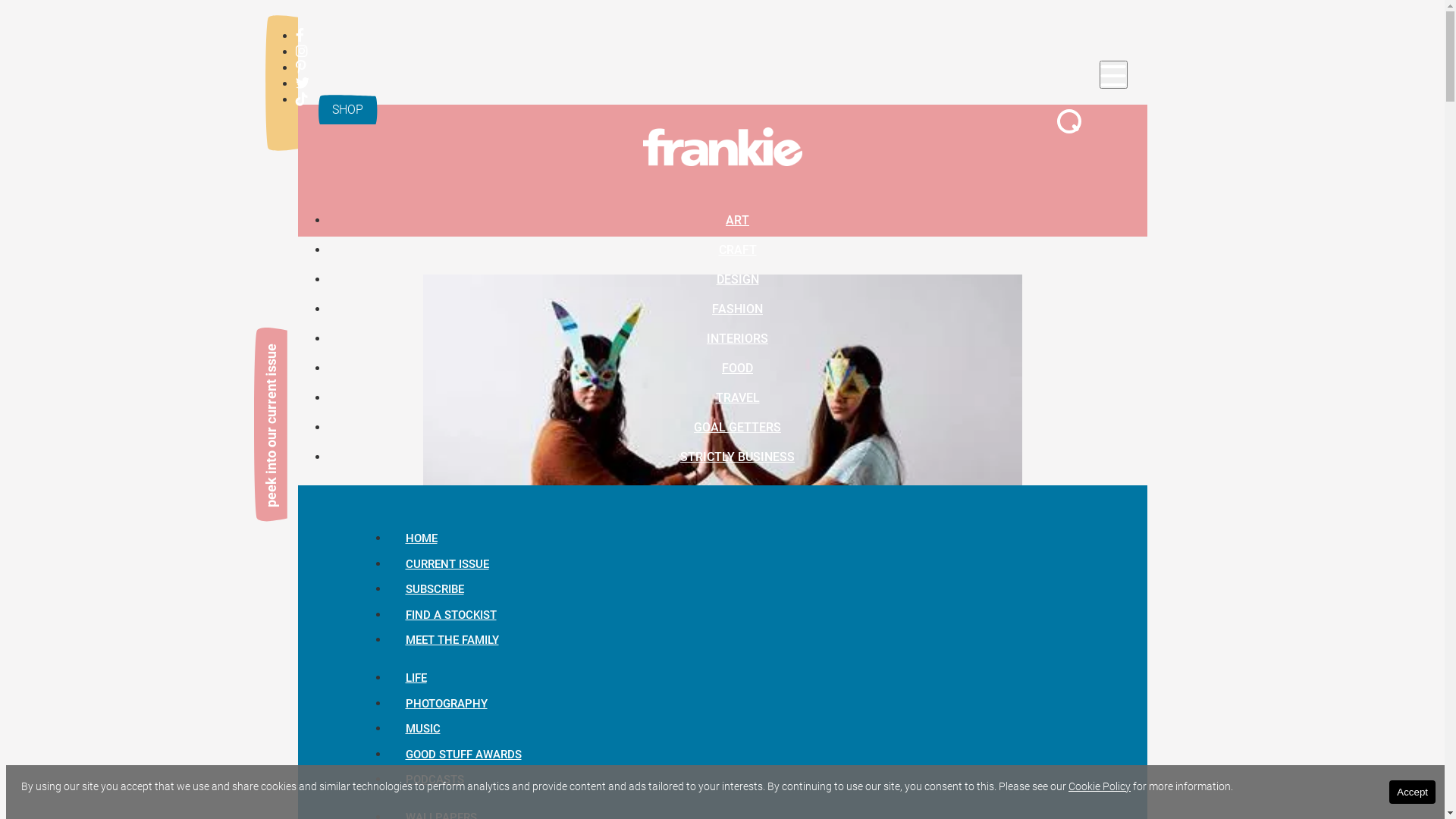  I want to click on 'TRAVEL', so click(705, 396).